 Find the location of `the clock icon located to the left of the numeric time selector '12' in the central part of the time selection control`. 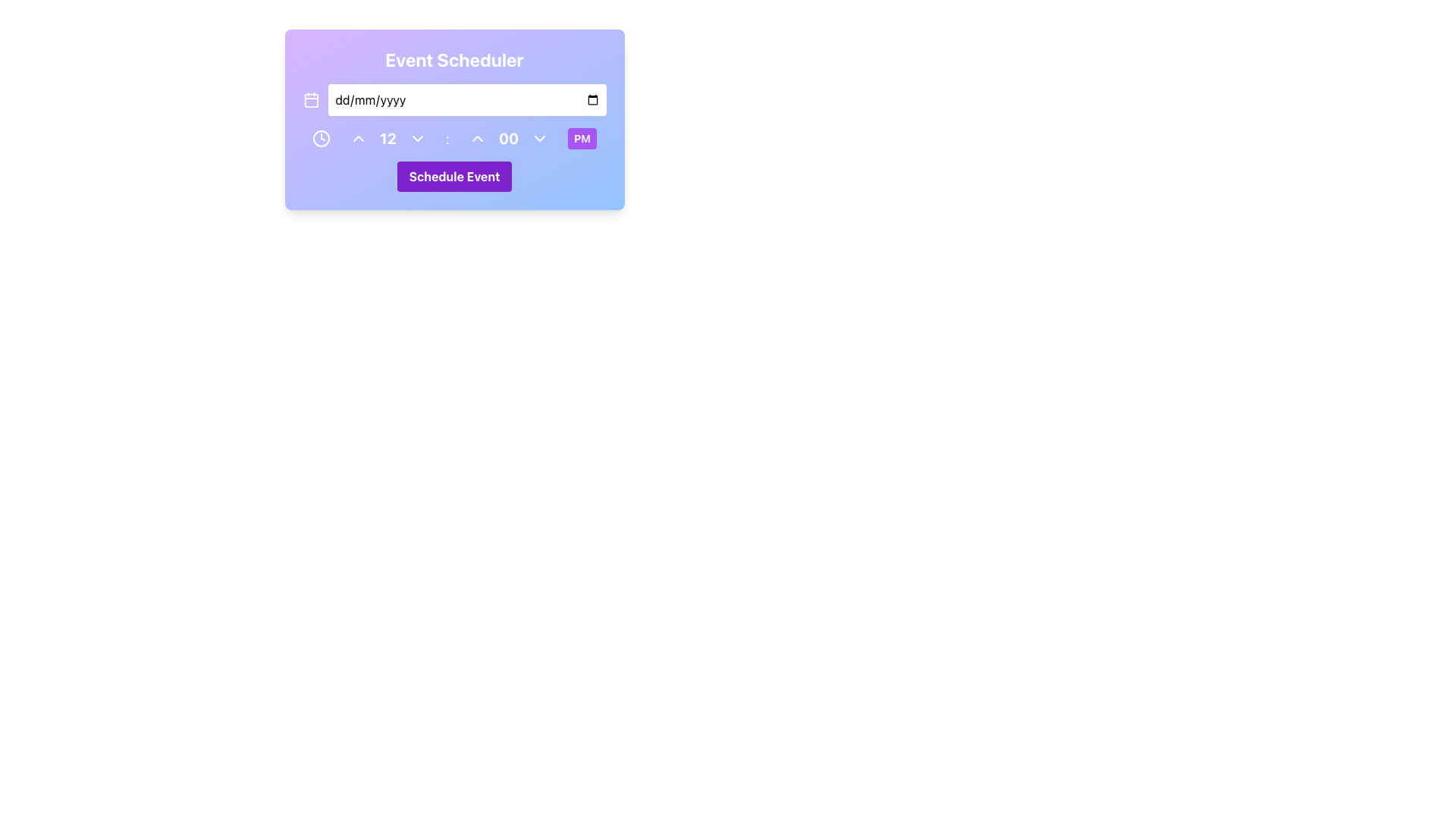

the clock icon located to the left of the numeric time selector '12' in the central part of the time selection control is located at coordinates (320, 138).